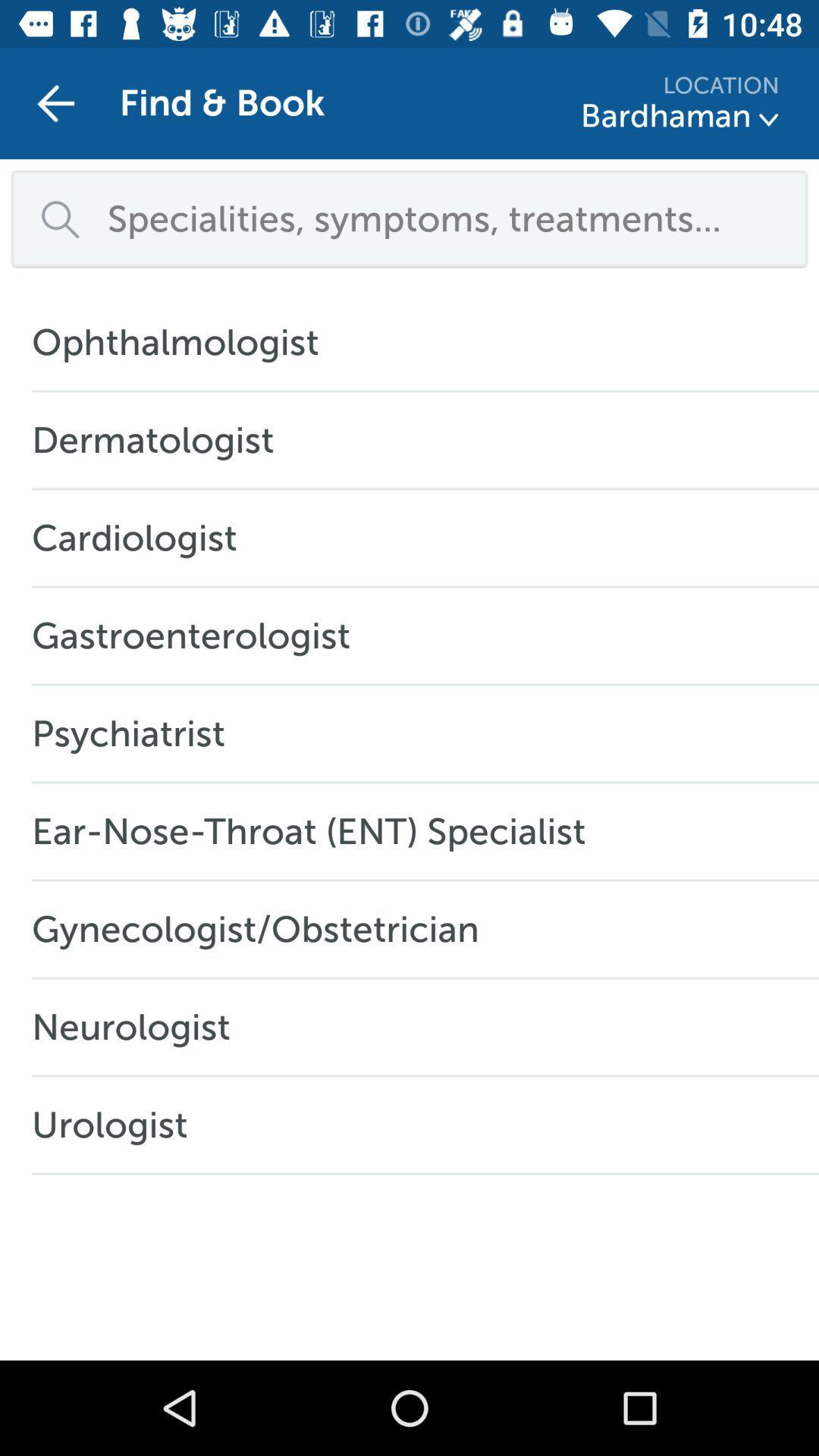 The image size is (819, 1456). What do you see at coordinates (55, 102) in the screenshot?
I see `previous page` at bounding box center [55, 102].